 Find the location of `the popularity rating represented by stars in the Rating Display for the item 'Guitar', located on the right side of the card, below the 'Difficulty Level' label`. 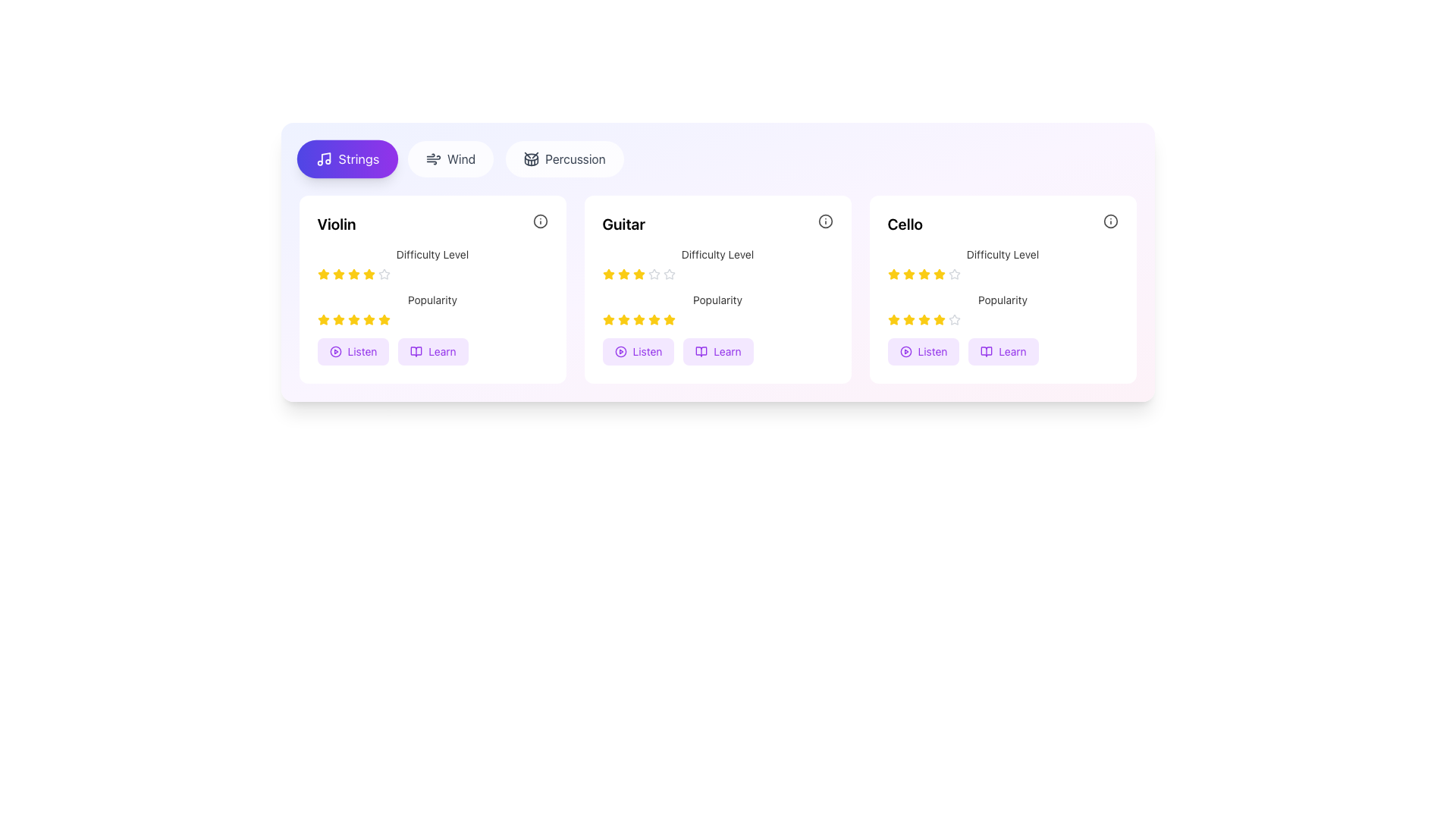

the popularity rating represented by stars in the Rating Display for the item 'Guitar', located on the right side of the card, below the 'Difficulty Level' label is located at coordinates (717, 309).